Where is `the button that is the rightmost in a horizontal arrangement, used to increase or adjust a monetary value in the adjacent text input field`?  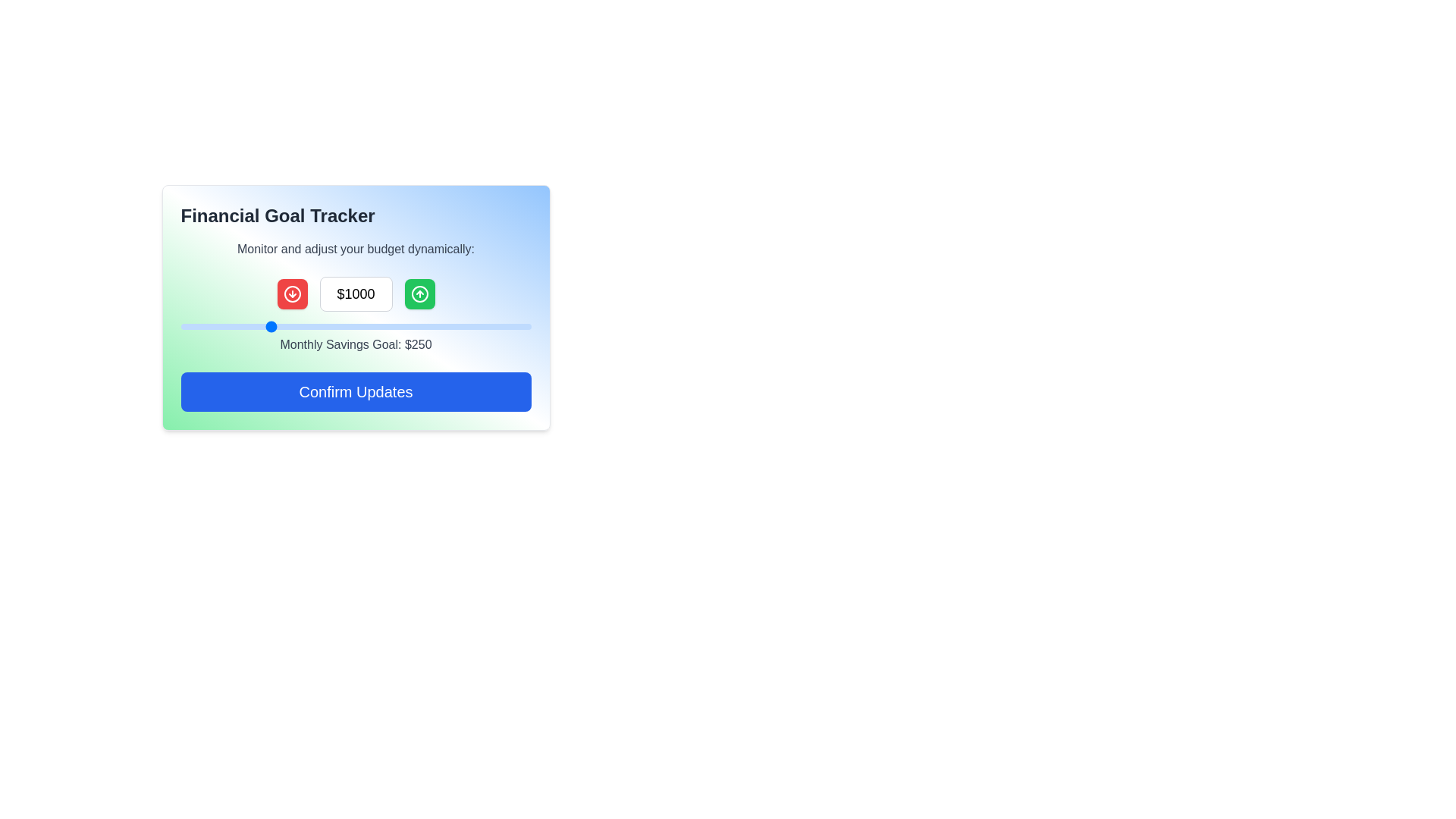
the button that is the rightmost in a horizontal arrangement, used to increase or adjust a monetary value in the adjacent text input field is located at coordinates (419, 294).